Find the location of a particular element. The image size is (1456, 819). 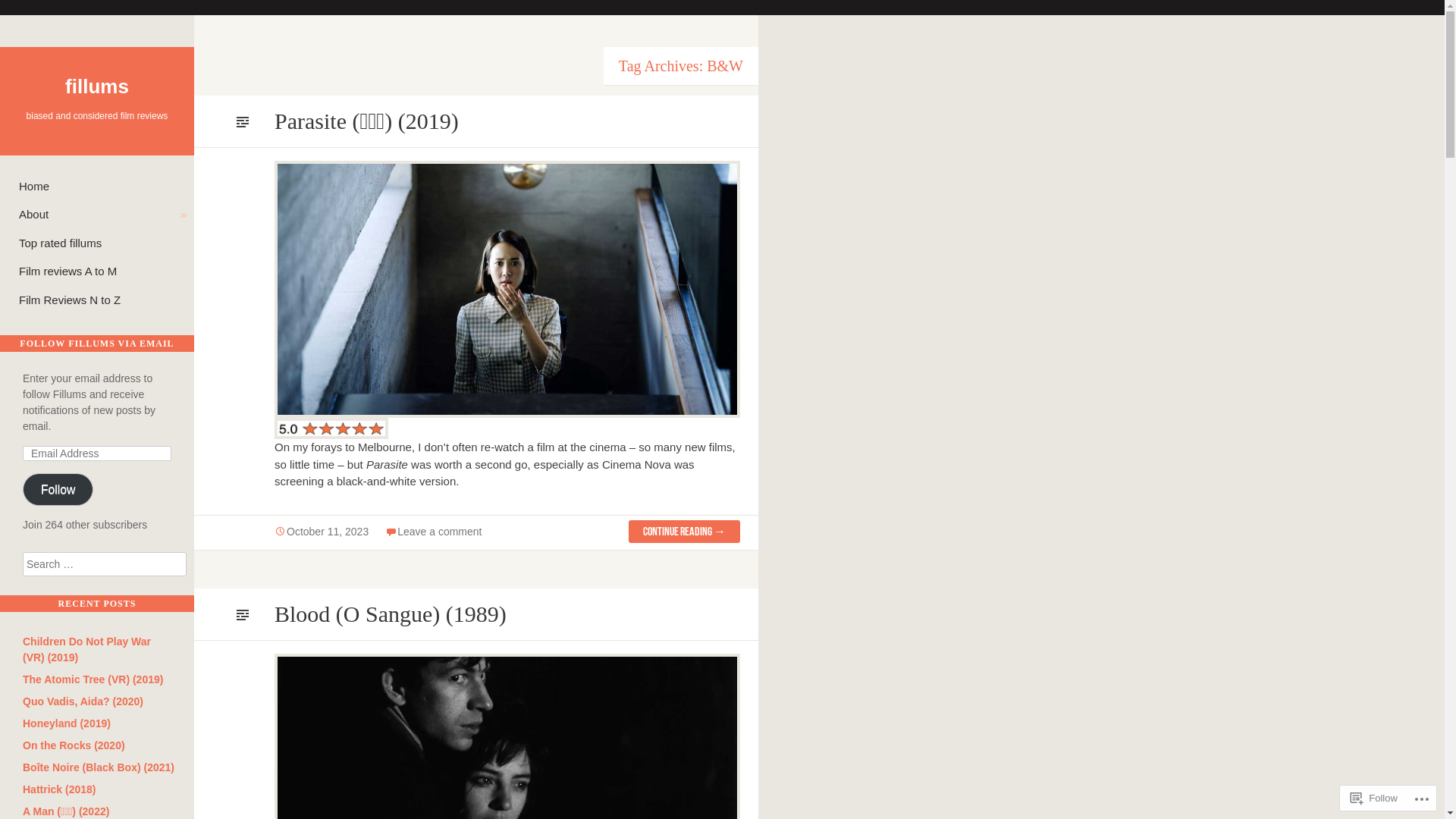

'Blood (O Sangue) (1989)' is located at coordinates (390, 613).